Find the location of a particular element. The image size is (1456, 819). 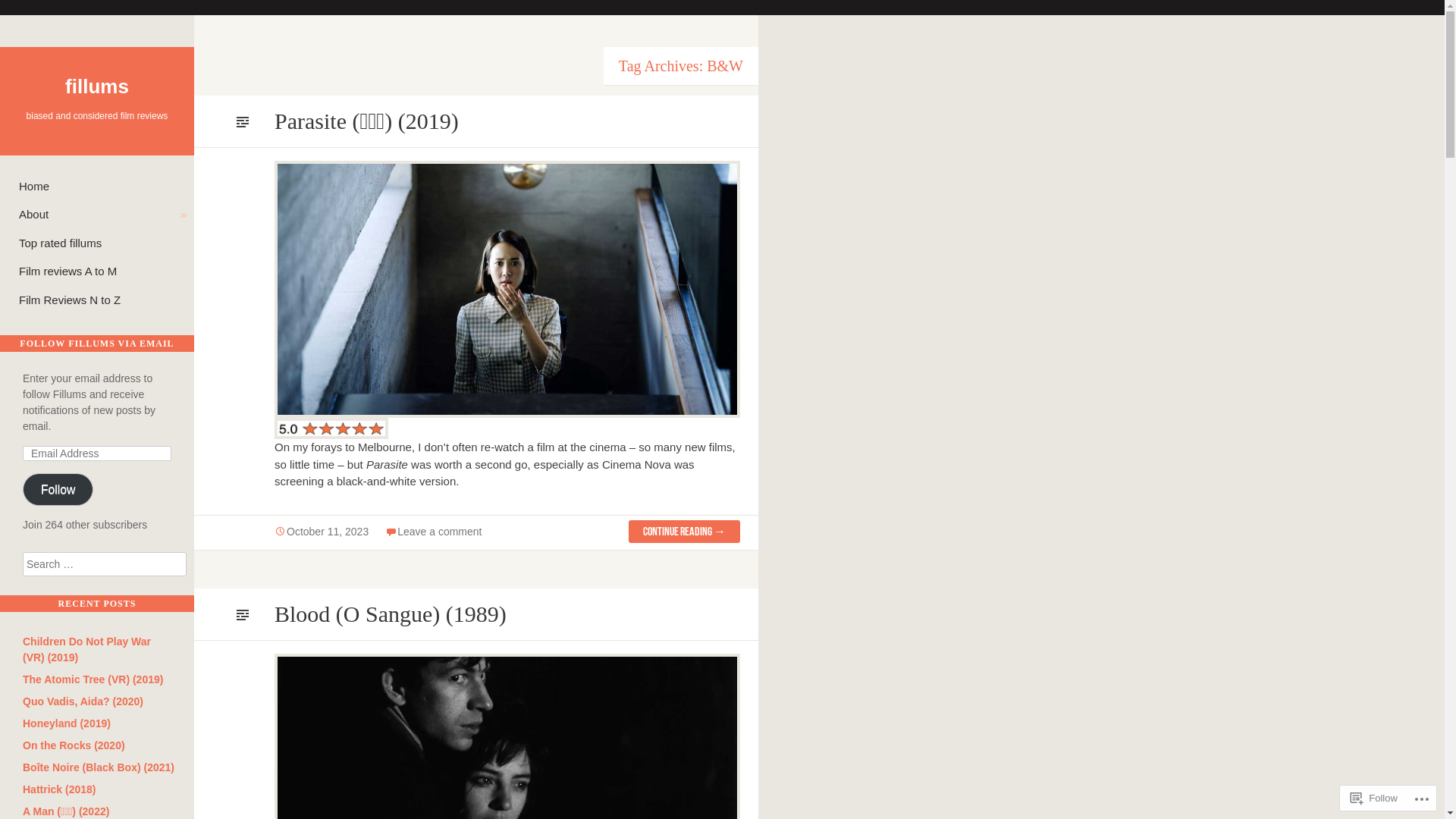

'Blood (O Sangue) (1989)' is located at coordinates (390, 613).